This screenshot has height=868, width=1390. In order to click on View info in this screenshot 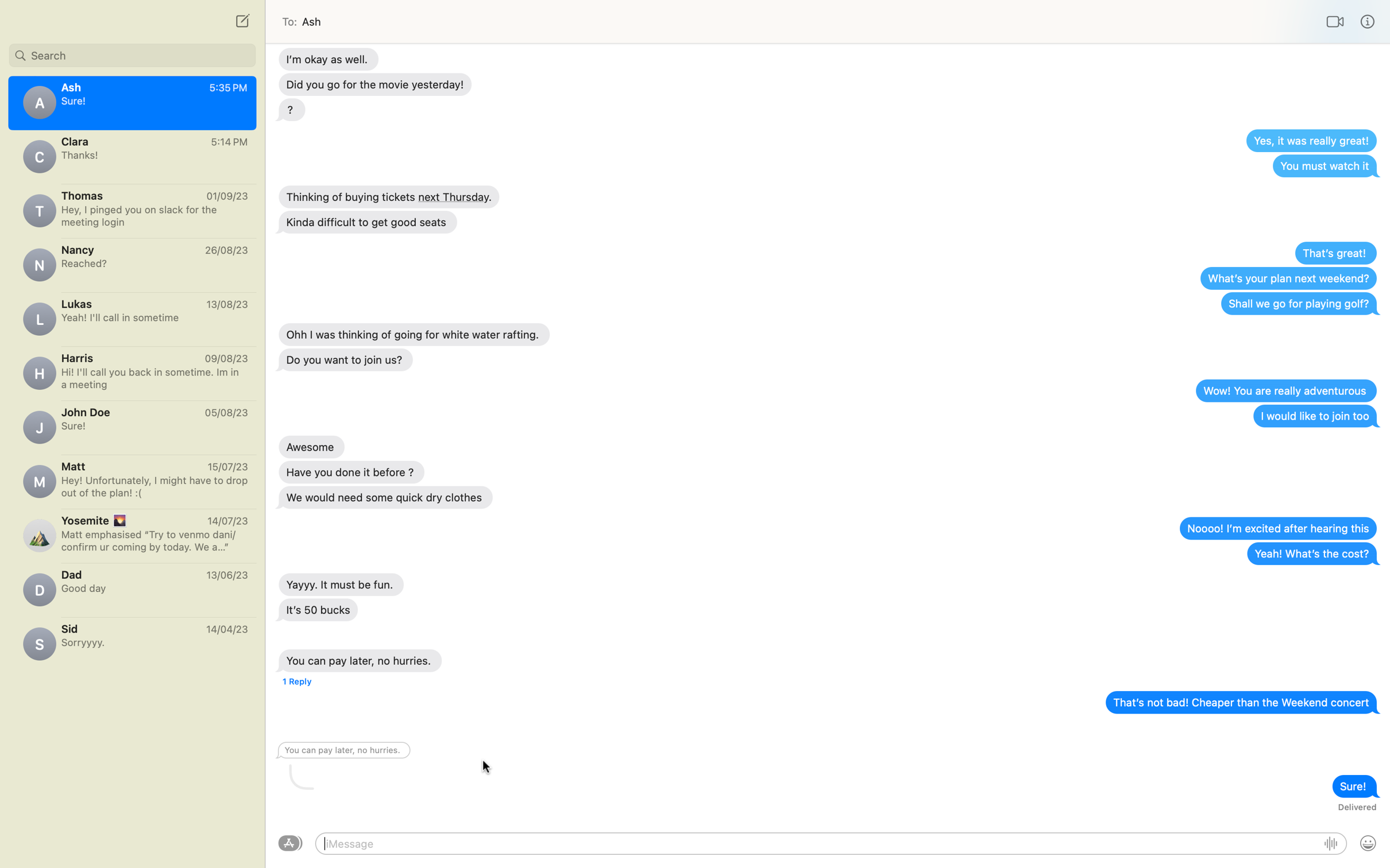, I will do `click(1368, 21)`.